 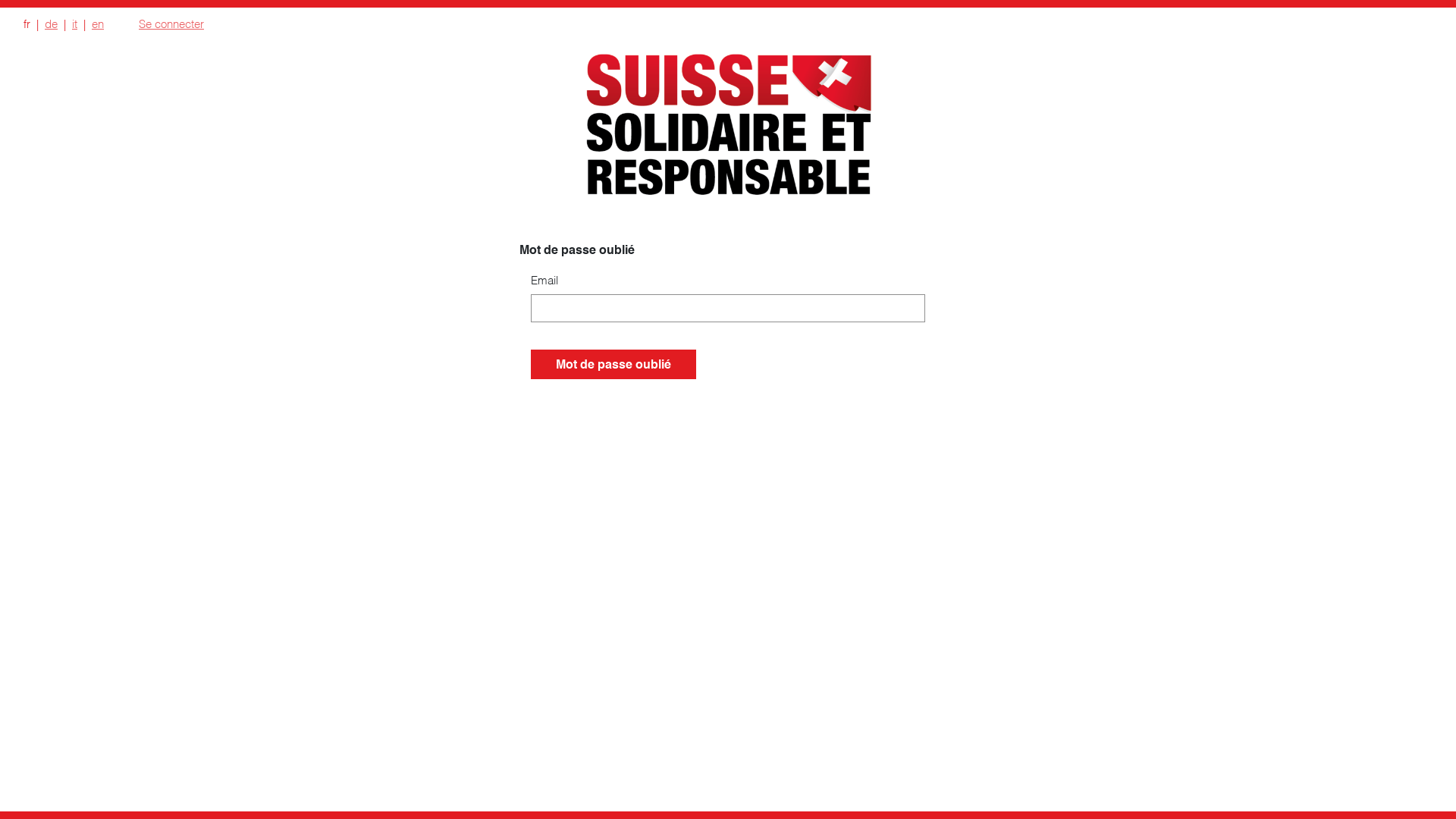 I want to click on 'it', so click(x=74, y=23).